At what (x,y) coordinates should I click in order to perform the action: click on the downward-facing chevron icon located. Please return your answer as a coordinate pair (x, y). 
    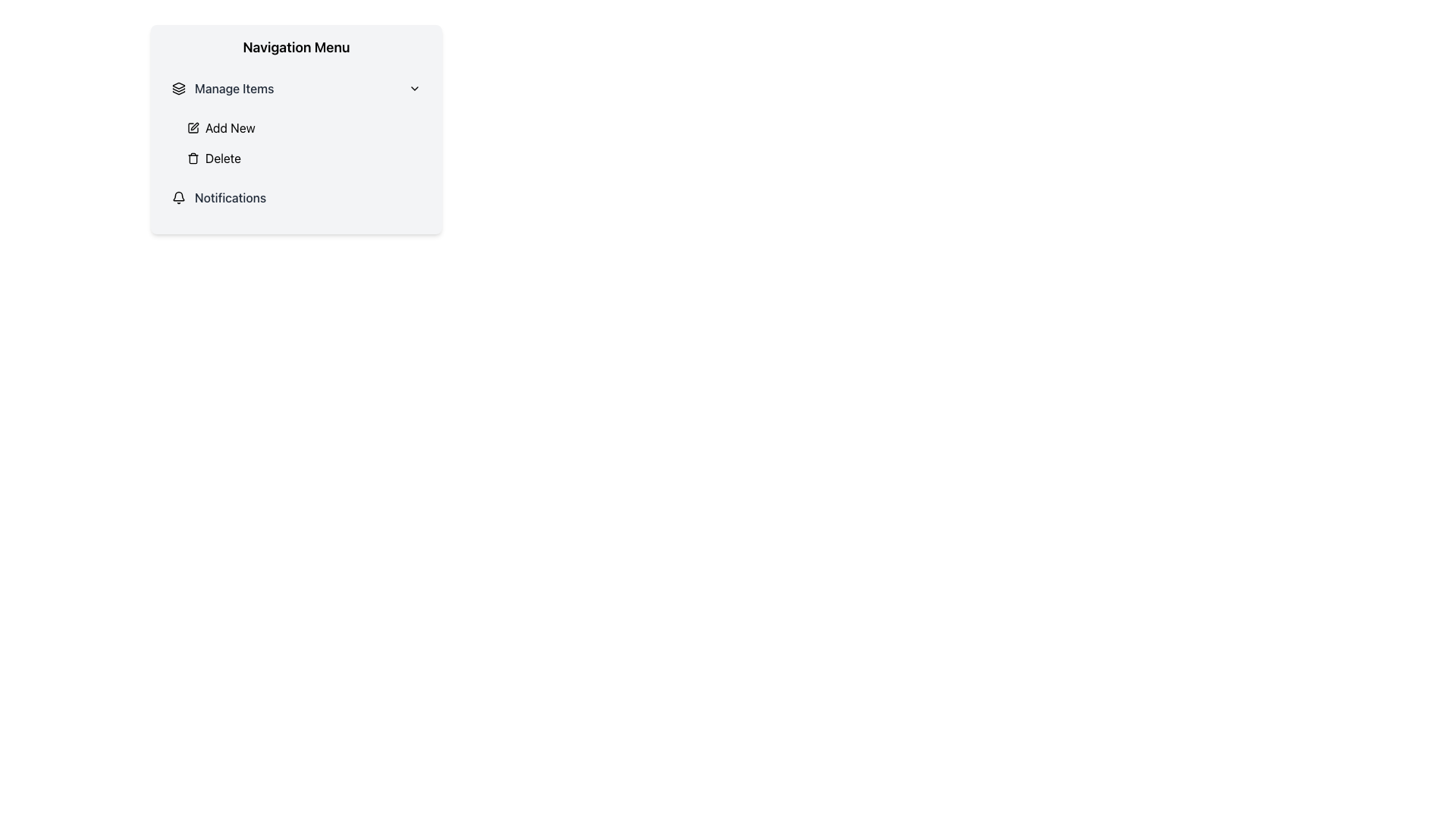
    Looking at the image, I should click on (415, 88).